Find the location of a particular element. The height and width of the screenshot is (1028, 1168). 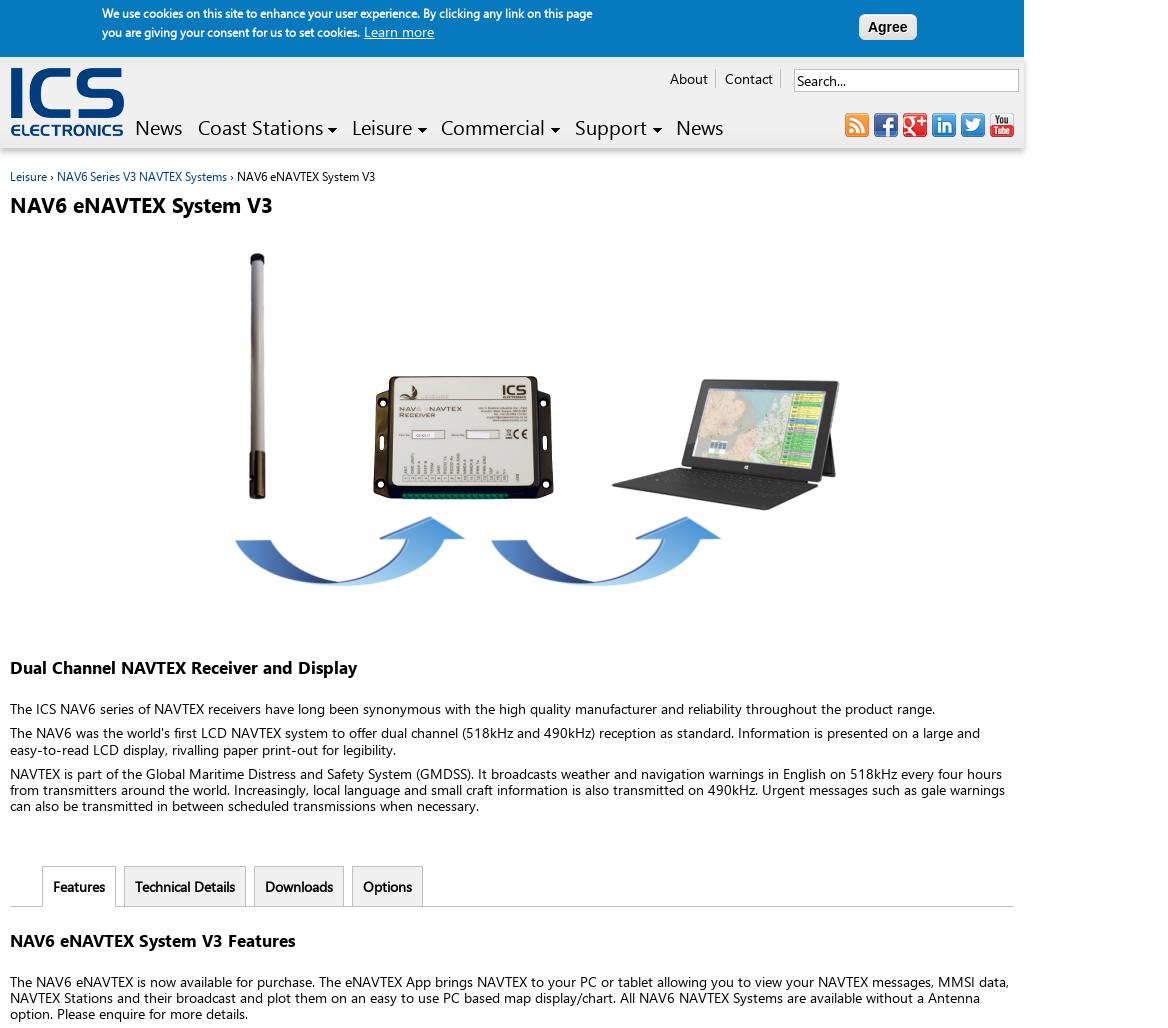

'Learn more' is located at coordinates (397, 30).